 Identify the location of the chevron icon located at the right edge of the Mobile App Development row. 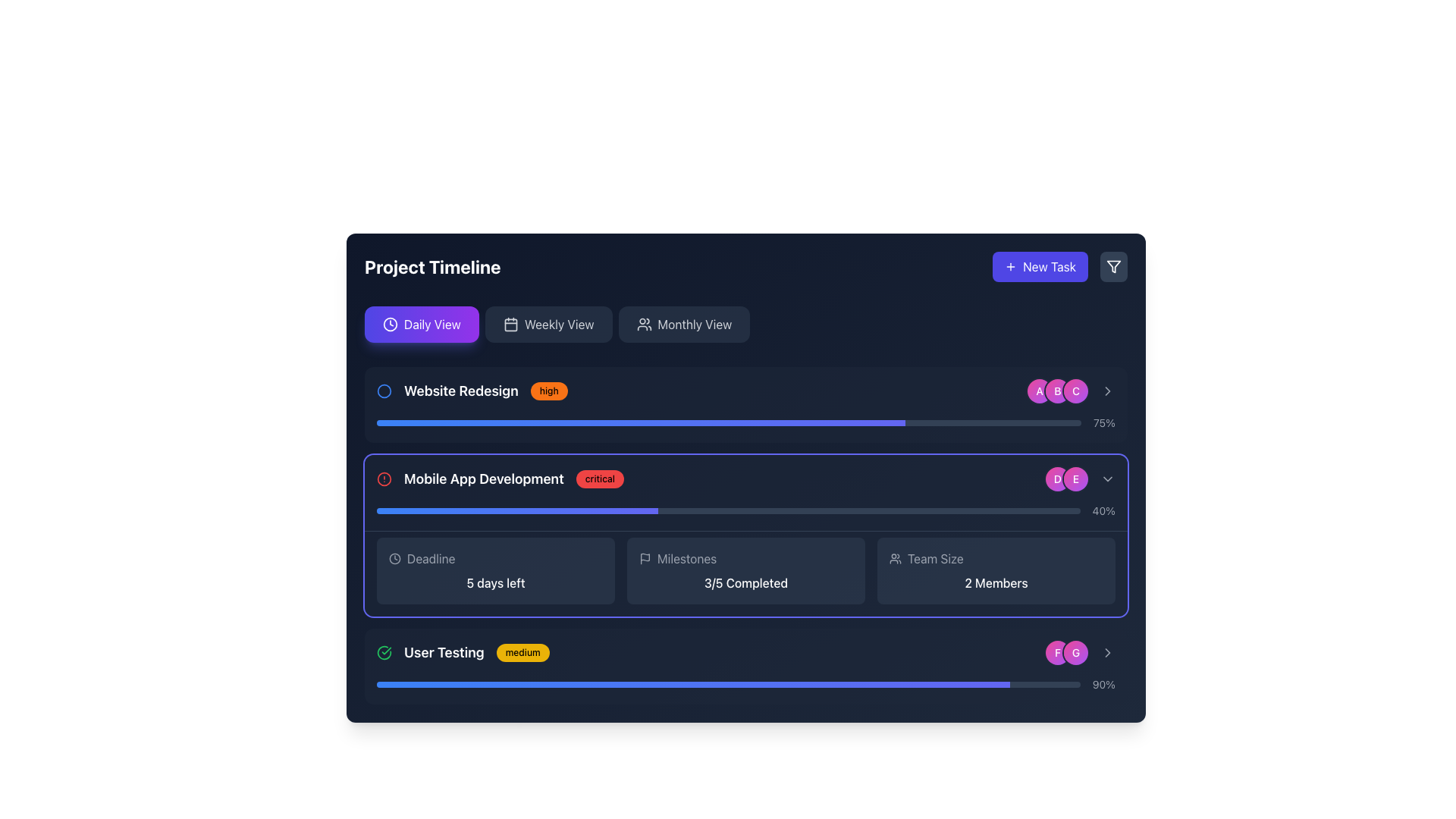
(1107, 479).